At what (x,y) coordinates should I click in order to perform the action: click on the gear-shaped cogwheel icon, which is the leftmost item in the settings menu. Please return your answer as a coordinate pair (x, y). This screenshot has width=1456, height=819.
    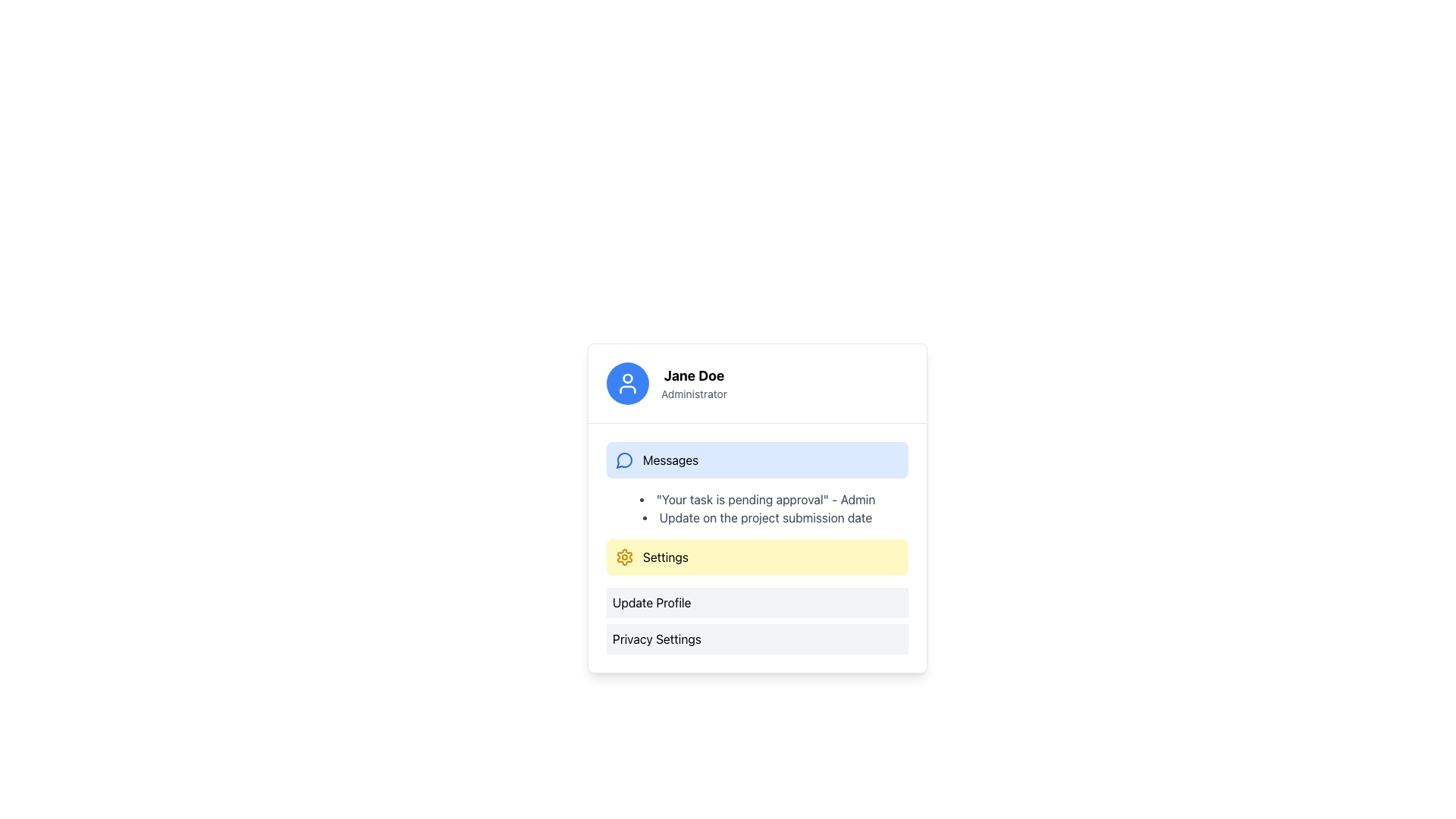
    Looking at the image, I should click on (625, 557).